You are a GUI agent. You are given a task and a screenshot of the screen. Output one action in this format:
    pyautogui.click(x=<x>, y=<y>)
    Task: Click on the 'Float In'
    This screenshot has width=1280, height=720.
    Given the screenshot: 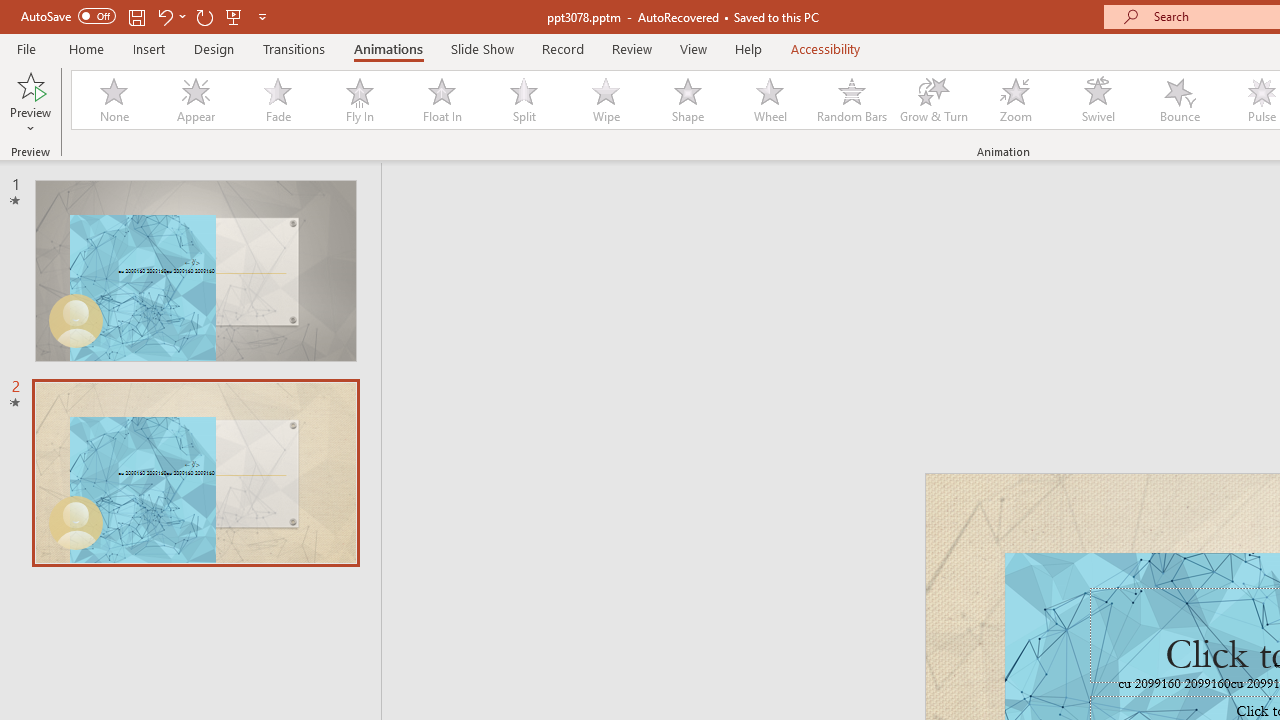 What is the action you would take?
    pyautogui.click(x=440, y=100)
    